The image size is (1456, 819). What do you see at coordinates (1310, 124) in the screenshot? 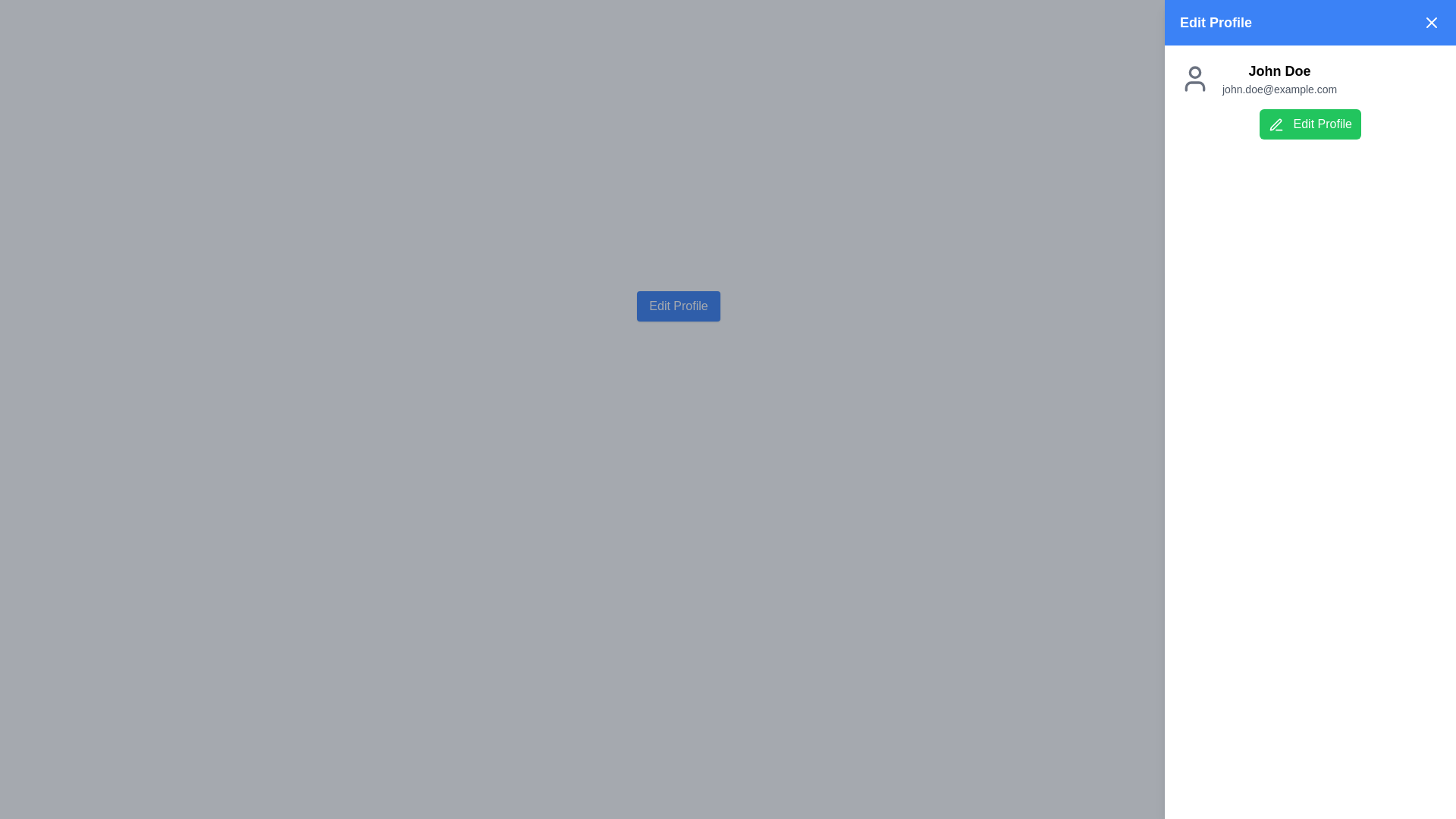
I see `the rectangular green button labeled 'Edit Profile' with a pencil icon` at bounding box center [1310, 124].